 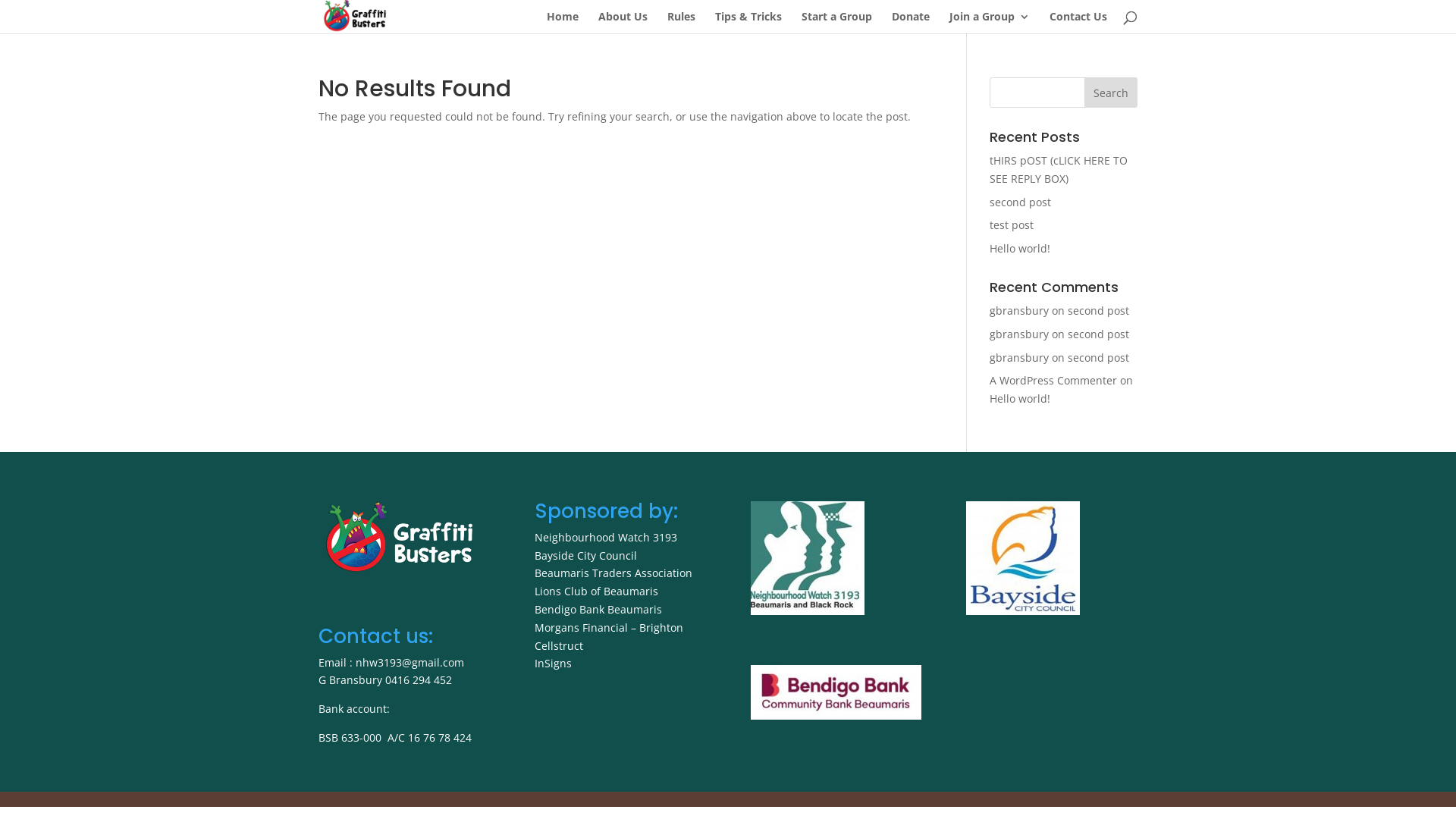 I want to click on 'Home', so click(x=562, y=22).